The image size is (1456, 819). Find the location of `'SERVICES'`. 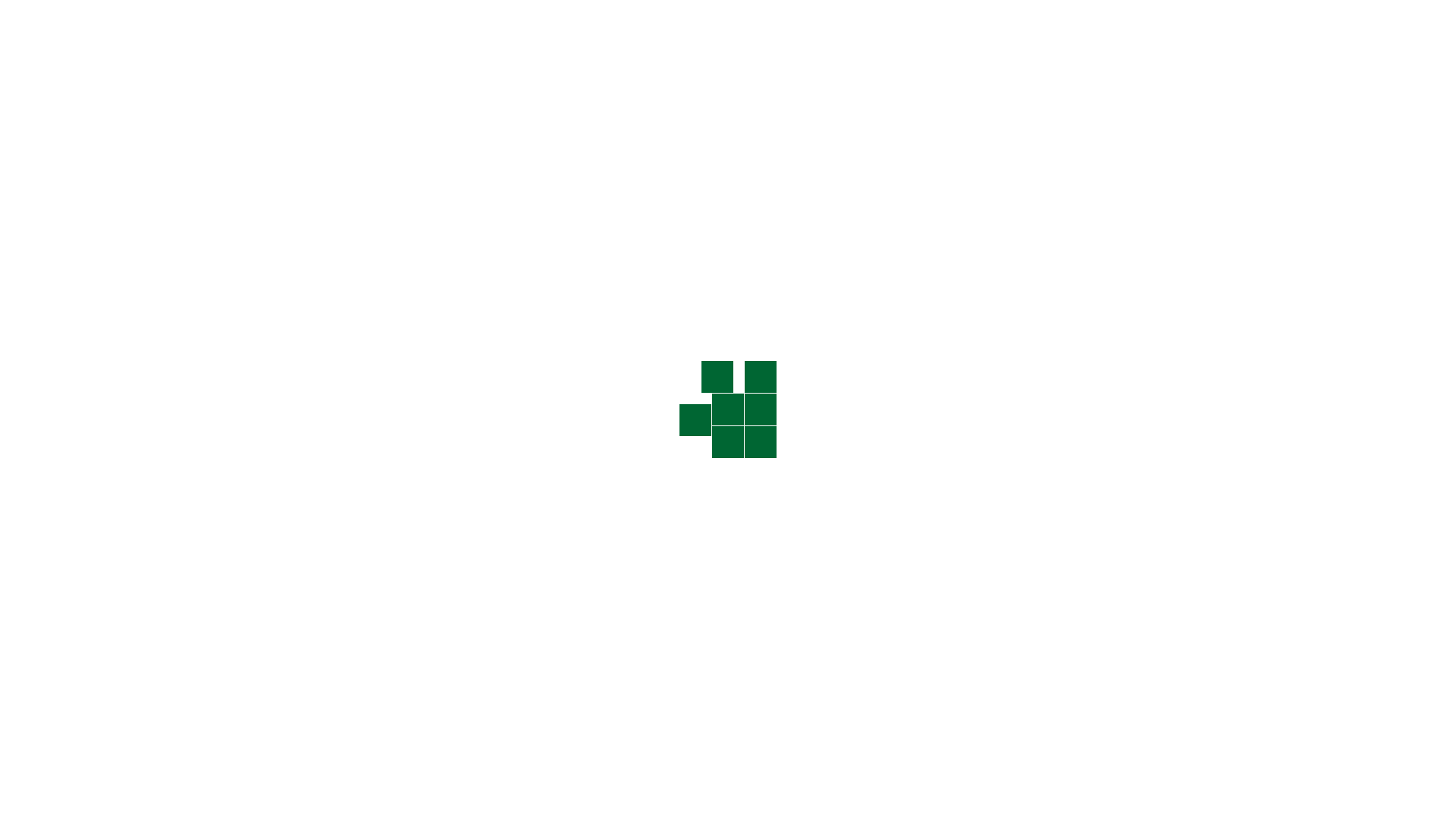

'SERVICES' is located at coordinates (691, 64).